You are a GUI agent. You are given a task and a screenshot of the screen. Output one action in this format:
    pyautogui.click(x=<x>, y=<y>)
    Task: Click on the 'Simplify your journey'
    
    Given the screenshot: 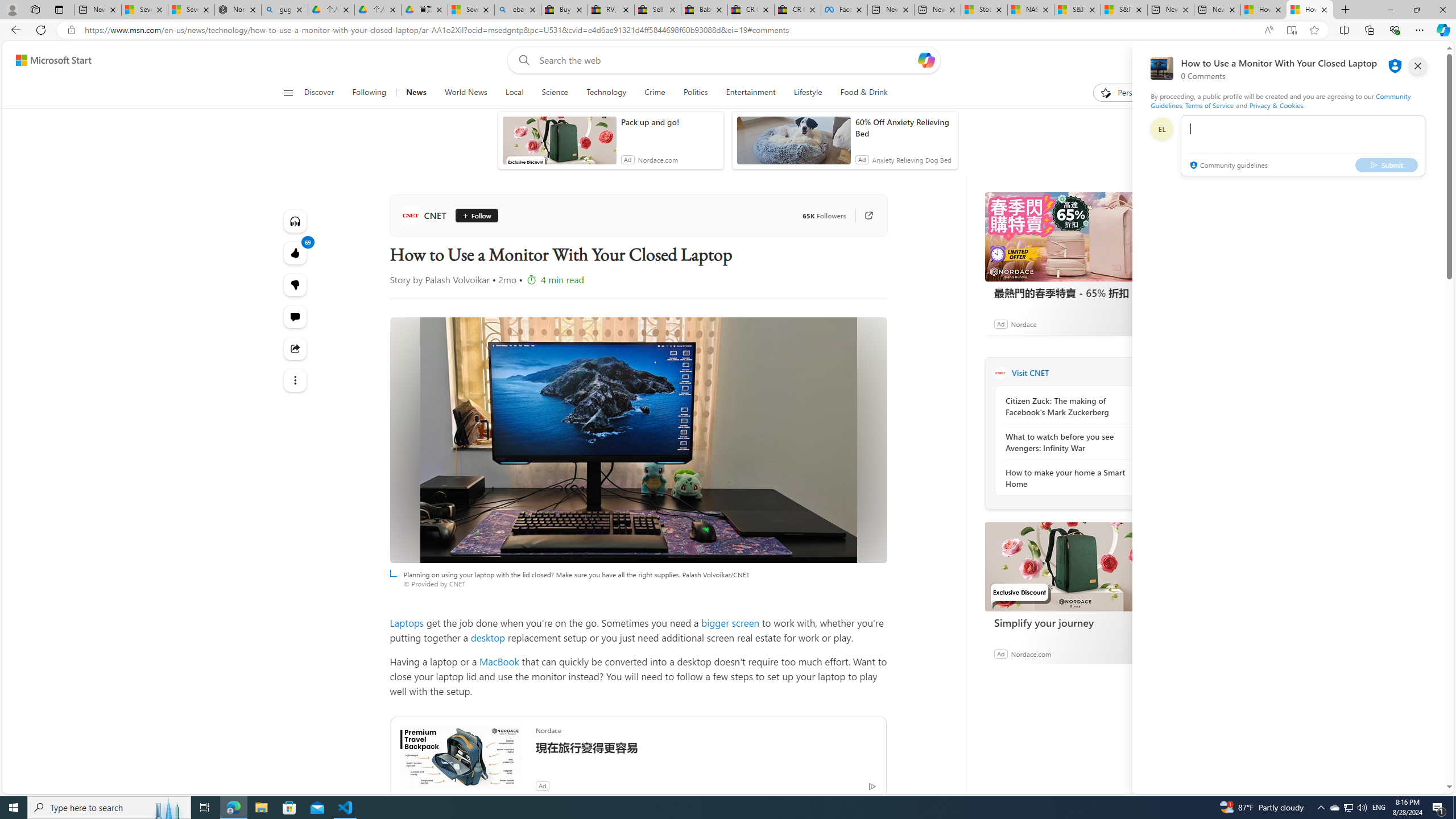 What is the action you would take?
    pyautogui.click(x=1069, y=566)
    